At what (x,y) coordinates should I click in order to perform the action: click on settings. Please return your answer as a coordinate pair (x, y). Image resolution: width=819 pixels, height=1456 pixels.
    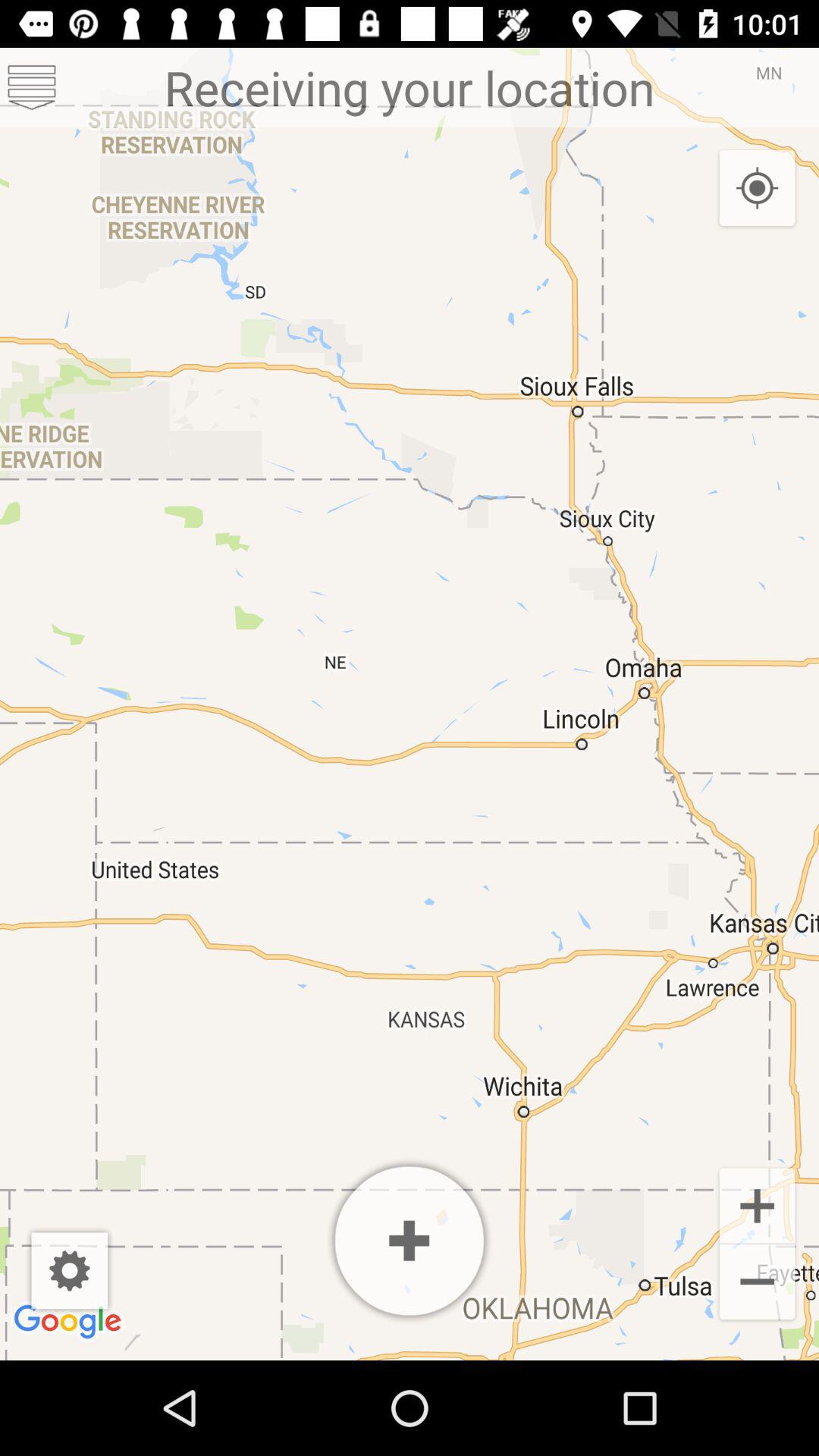
    Looking at the image, I should click on (69, 1270).